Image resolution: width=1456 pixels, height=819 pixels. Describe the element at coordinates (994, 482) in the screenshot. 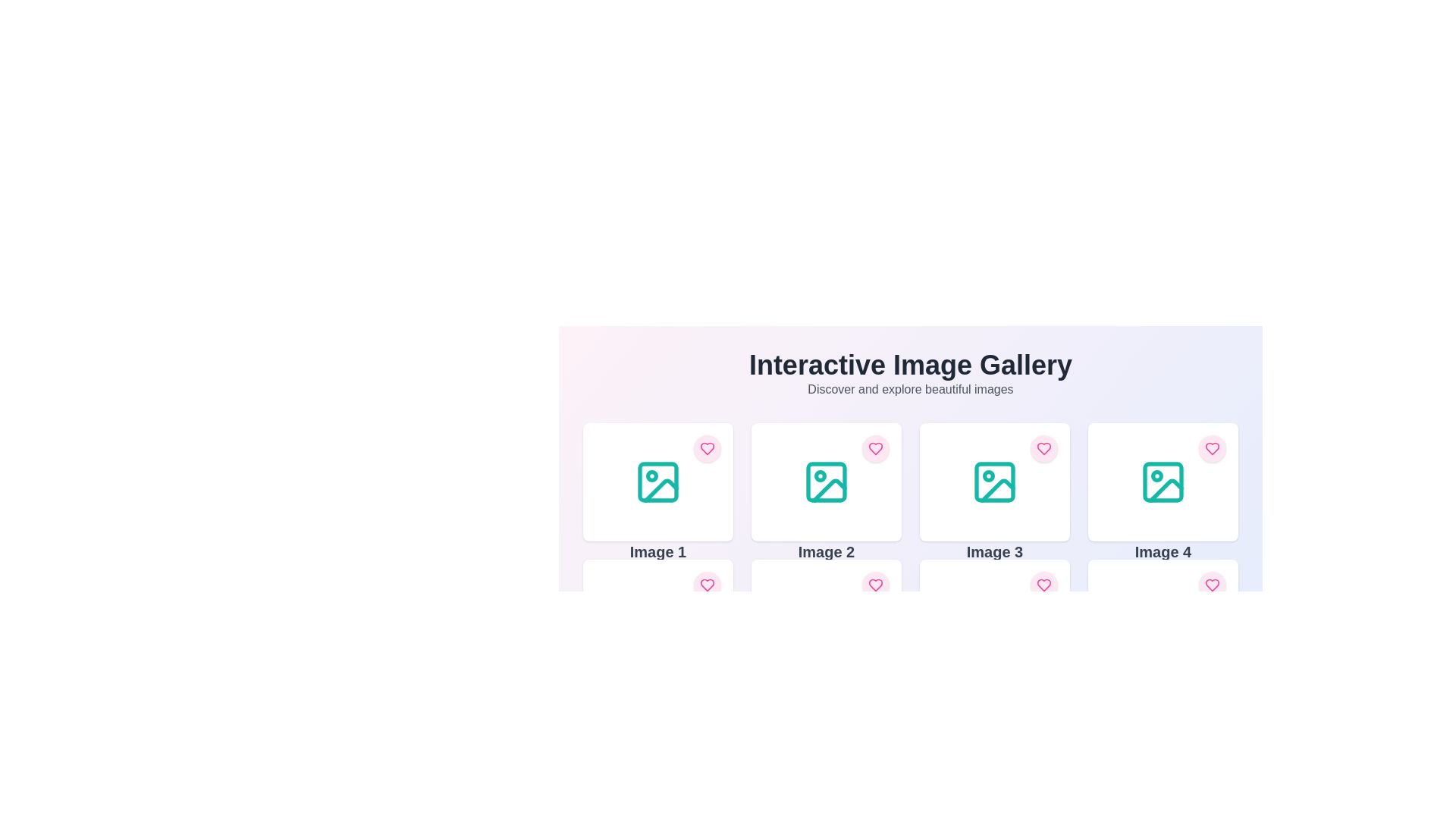

I see `the image placeholder icon located in the third column of the grid, under the label 'Image 3'` at that location.